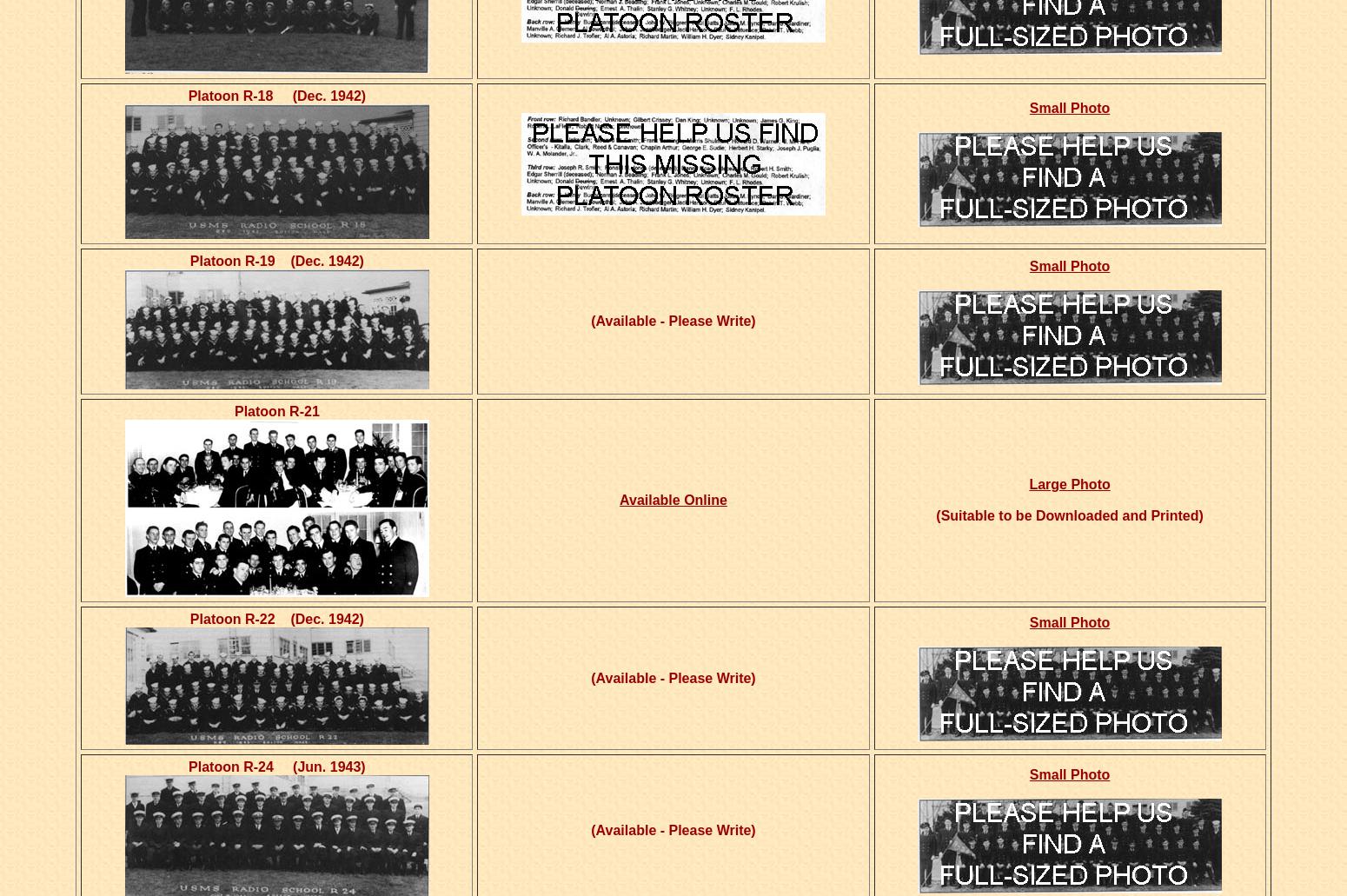 Image resolution: width=1347 pixels, height=896 pixels. What do you see at coordinates (673, 499) in the screenshot?
I see `'Available Online'` at bounding box center [673, 499].